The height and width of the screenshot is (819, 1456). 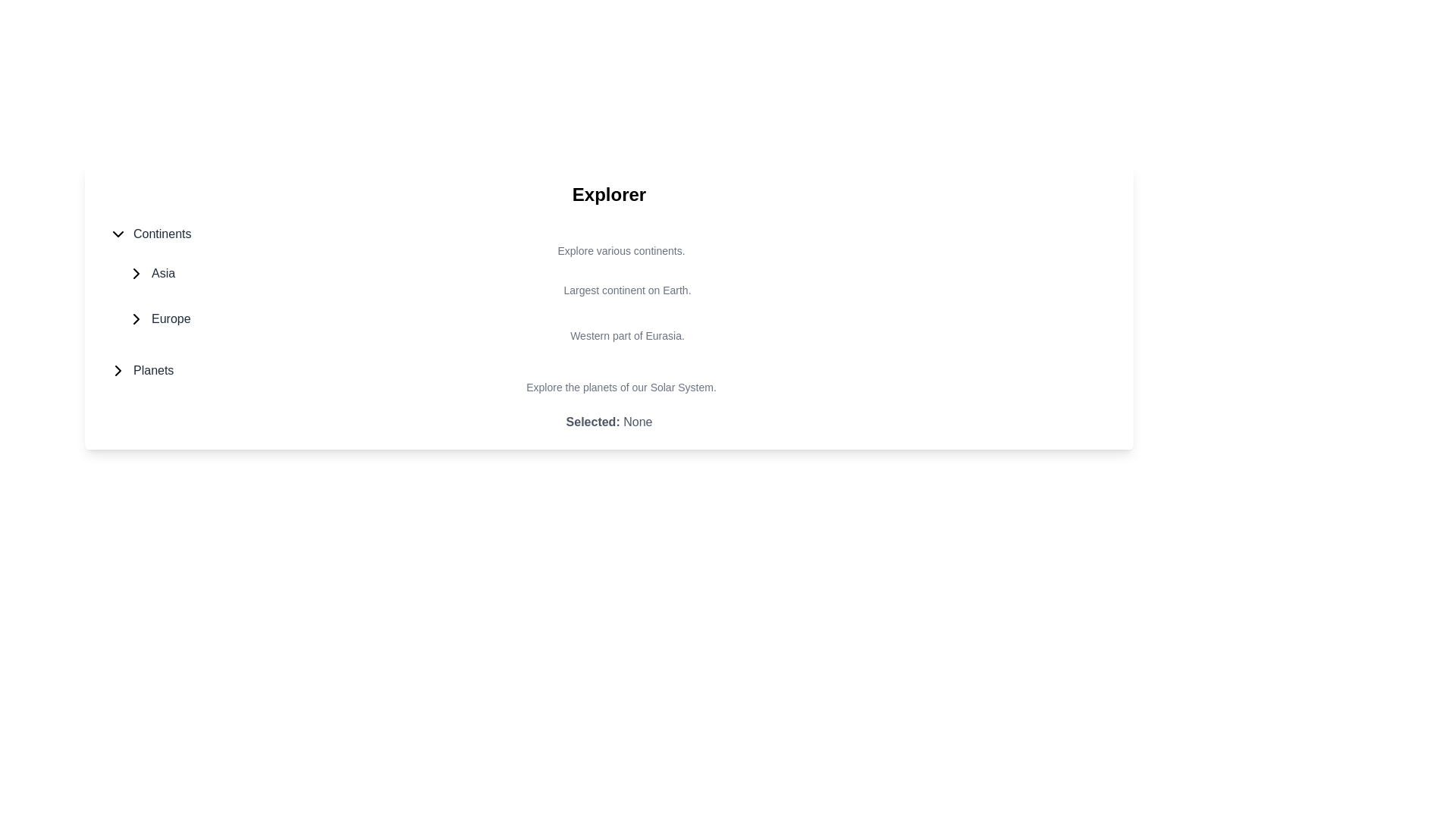 What do you see at coordinates (162, 234) in the screenshot?
I see `the continent label in the dropdown menu` at bounding box center [162, 234].